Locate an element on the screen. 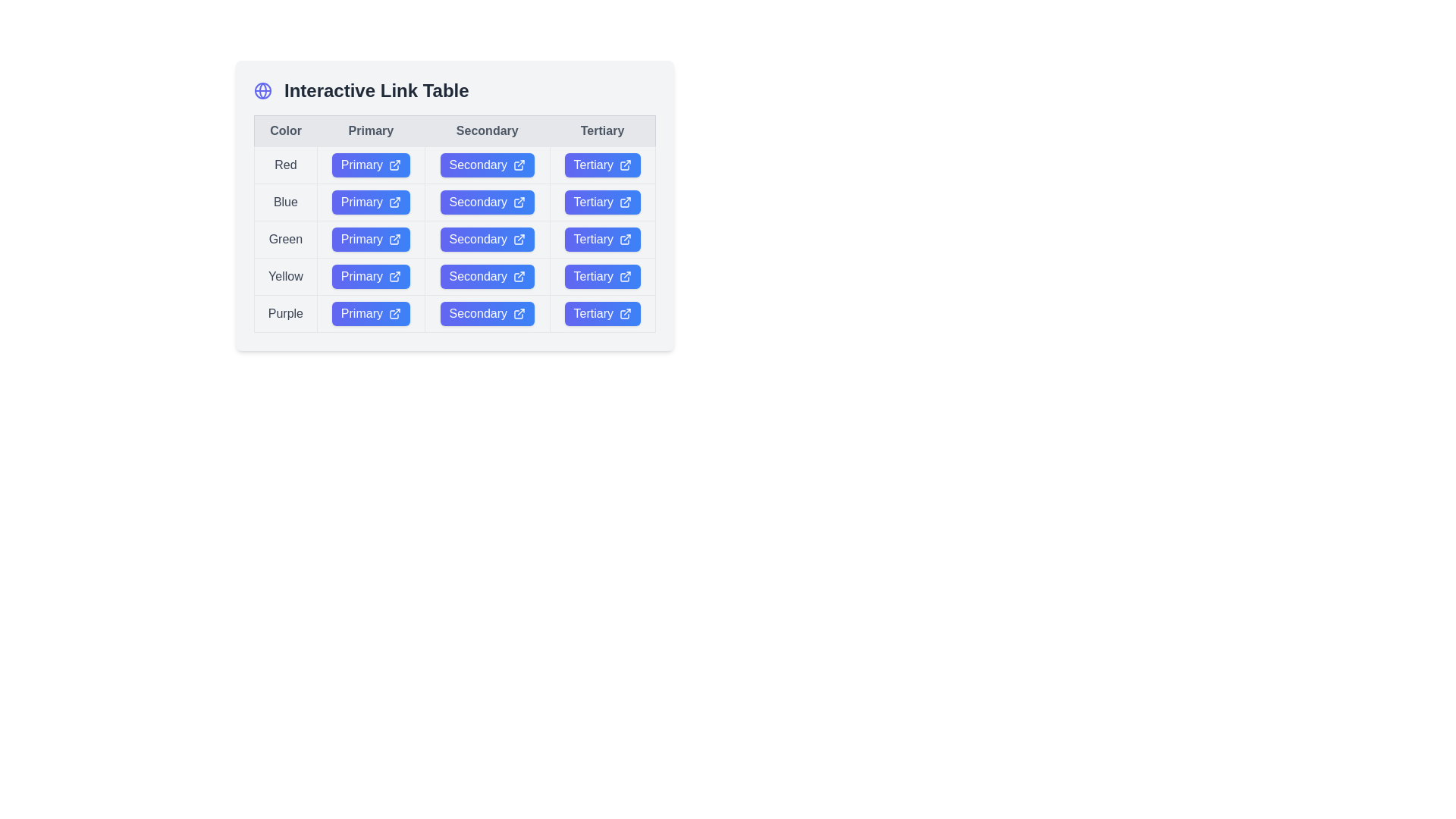  the external linking icon located within the 'Primary' button in the Yellow row under the 'Primary' column in the table is located at coordinates (394, 277).